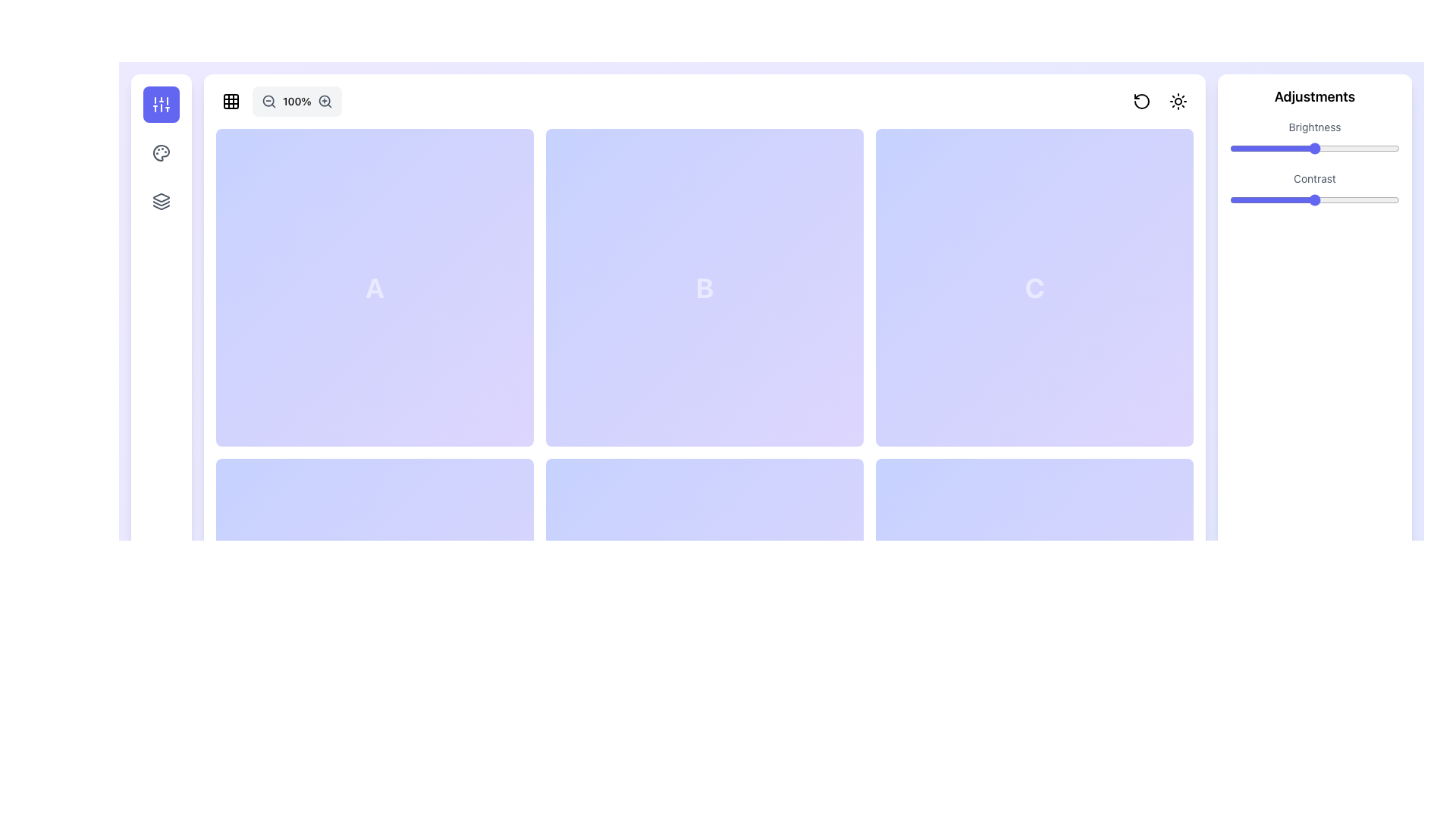 The image size is (1456, 819). I want to click on the vertical sliders icon located within the first button of the vertical toolbar, so click(161, 104).